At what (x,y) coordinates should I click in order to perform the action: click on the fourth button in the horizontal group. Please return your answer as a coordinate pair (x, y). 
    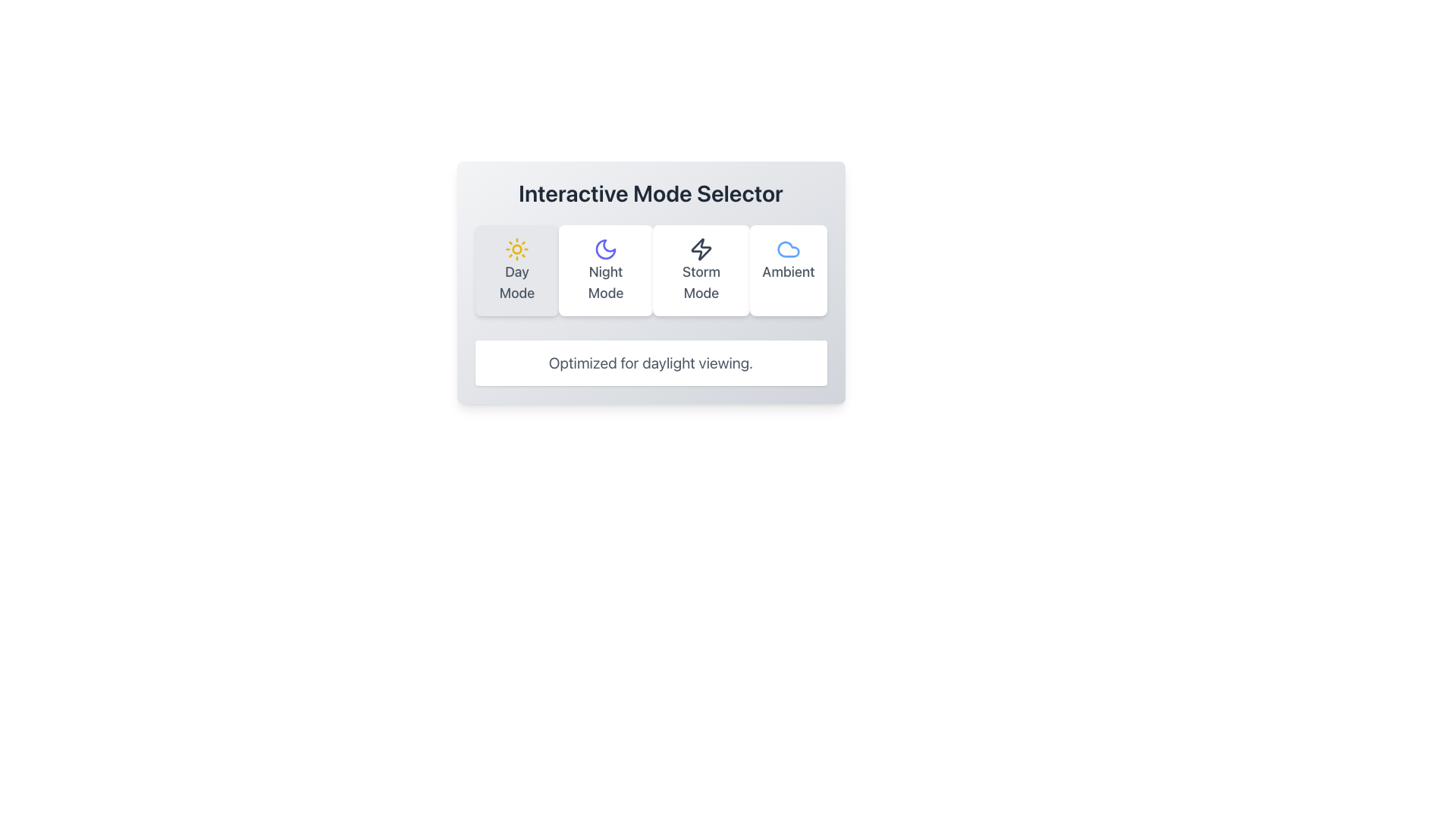
    Looking at the image, I should click on (788, 270).